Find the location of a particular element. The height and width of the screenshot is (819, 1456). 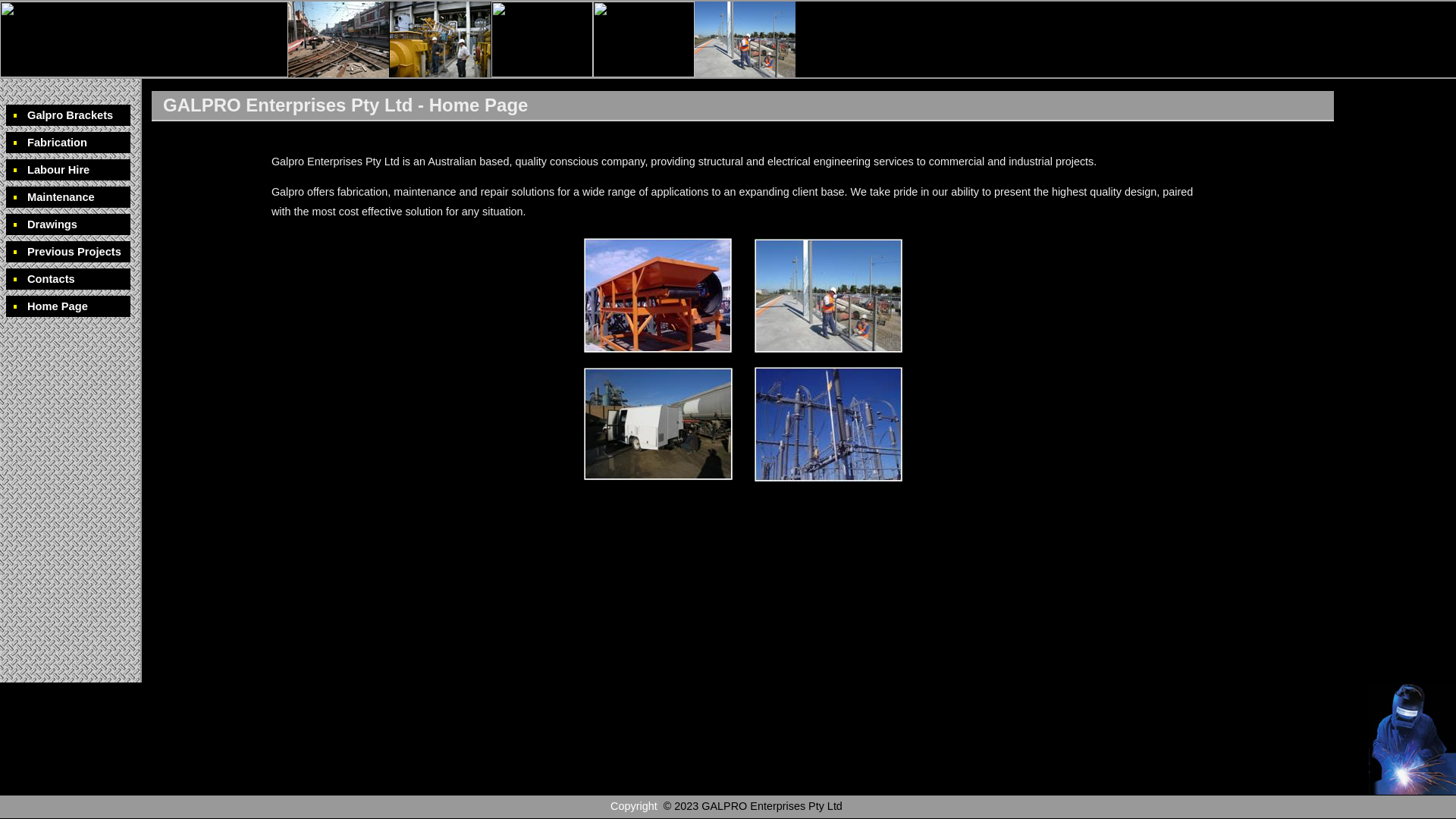

'Galpro Brackets' is located at coordinates (67, 114).